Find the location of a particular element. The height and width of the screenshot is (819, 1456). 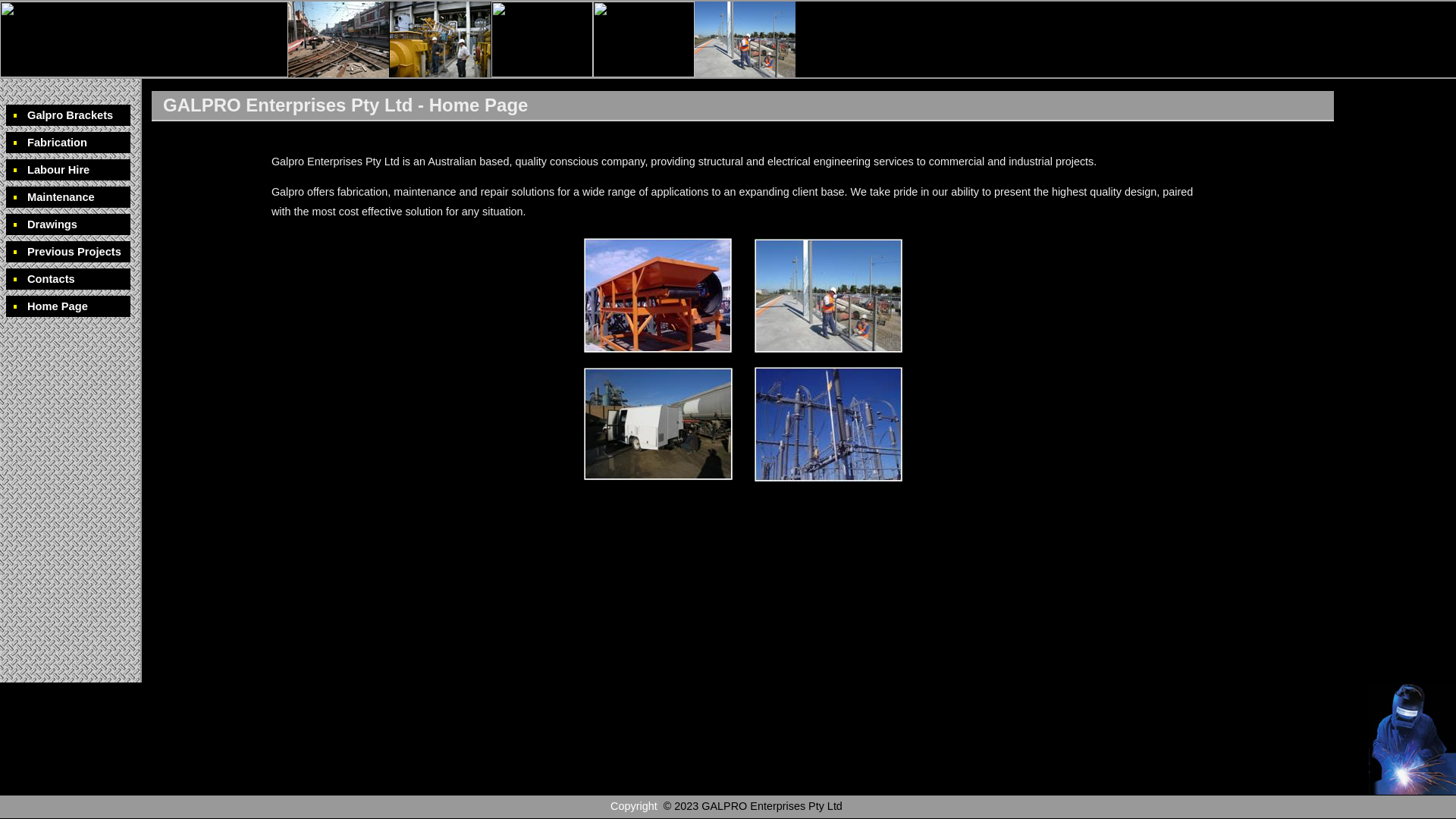

'Galpro Brackets' is located at coordinates (67, 114).